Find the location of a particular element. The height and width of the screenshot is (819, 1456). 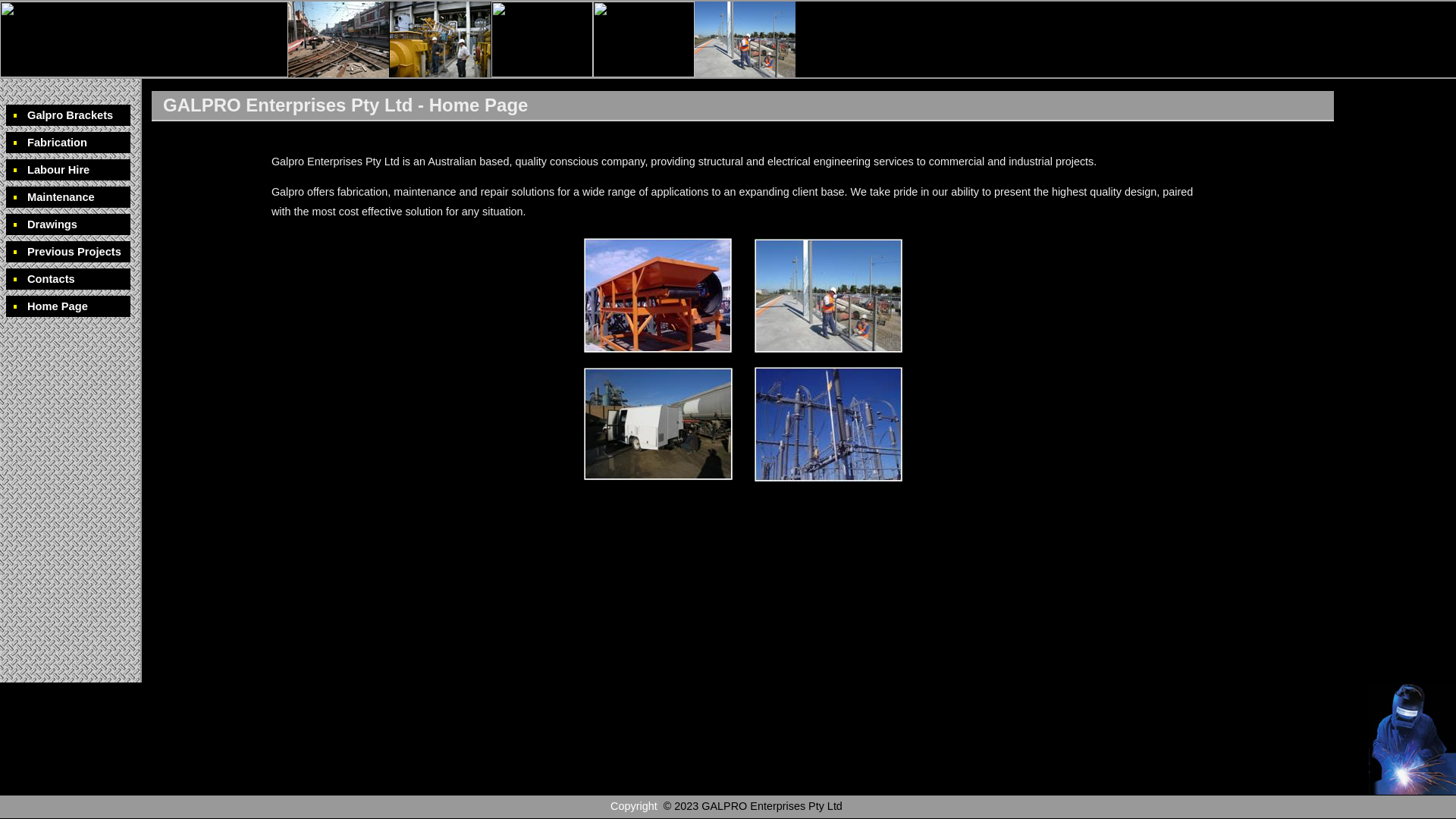

'Galpro Brackets' is located at coordinates (67, 114).